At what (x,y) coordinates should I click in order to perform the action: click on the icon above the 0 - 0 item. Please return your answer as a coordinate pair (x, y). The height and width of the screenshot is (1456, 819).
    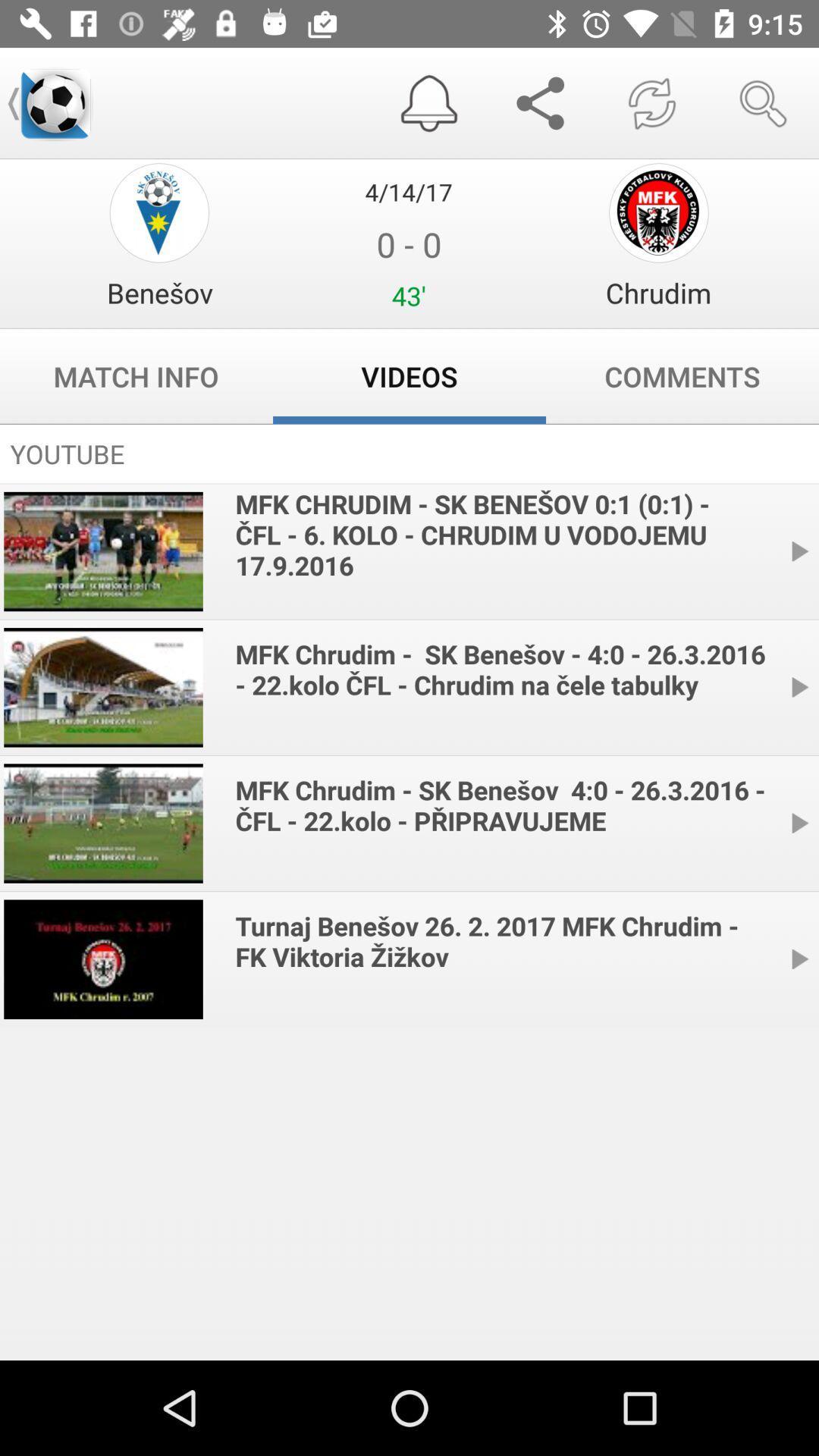
    Looking at the image, I should click on (408, 191).